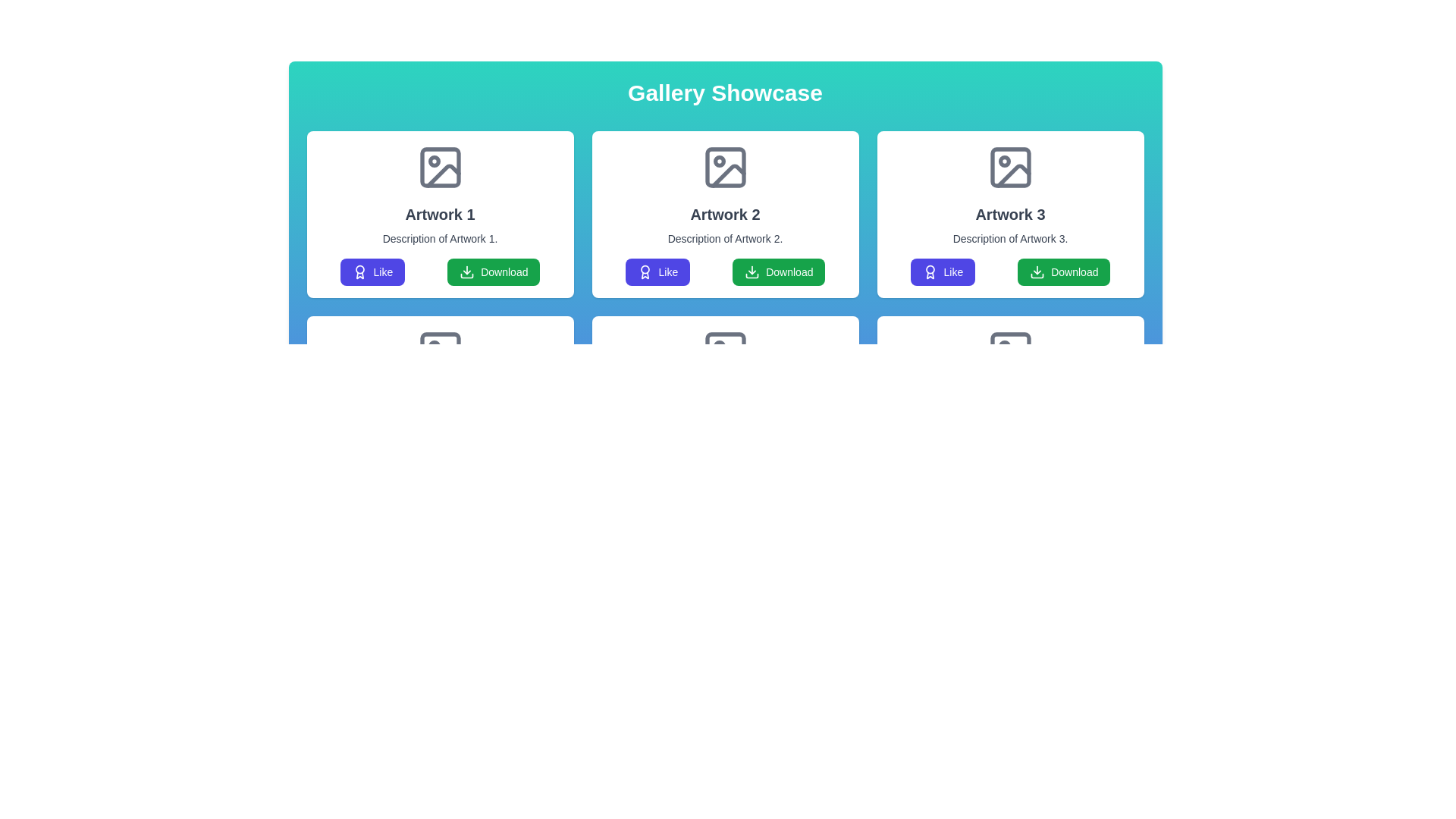 The width and height of the screenshot is (1456, 819). What do you see at coordinates (929, 268) in the screenshot?
I see `the SVG Circle Element that is part of the award or badge-like icon located to the left of the 'Like' button under the 'Artwork 3' section in the gallery showcase` at bounding box center [929, 268].